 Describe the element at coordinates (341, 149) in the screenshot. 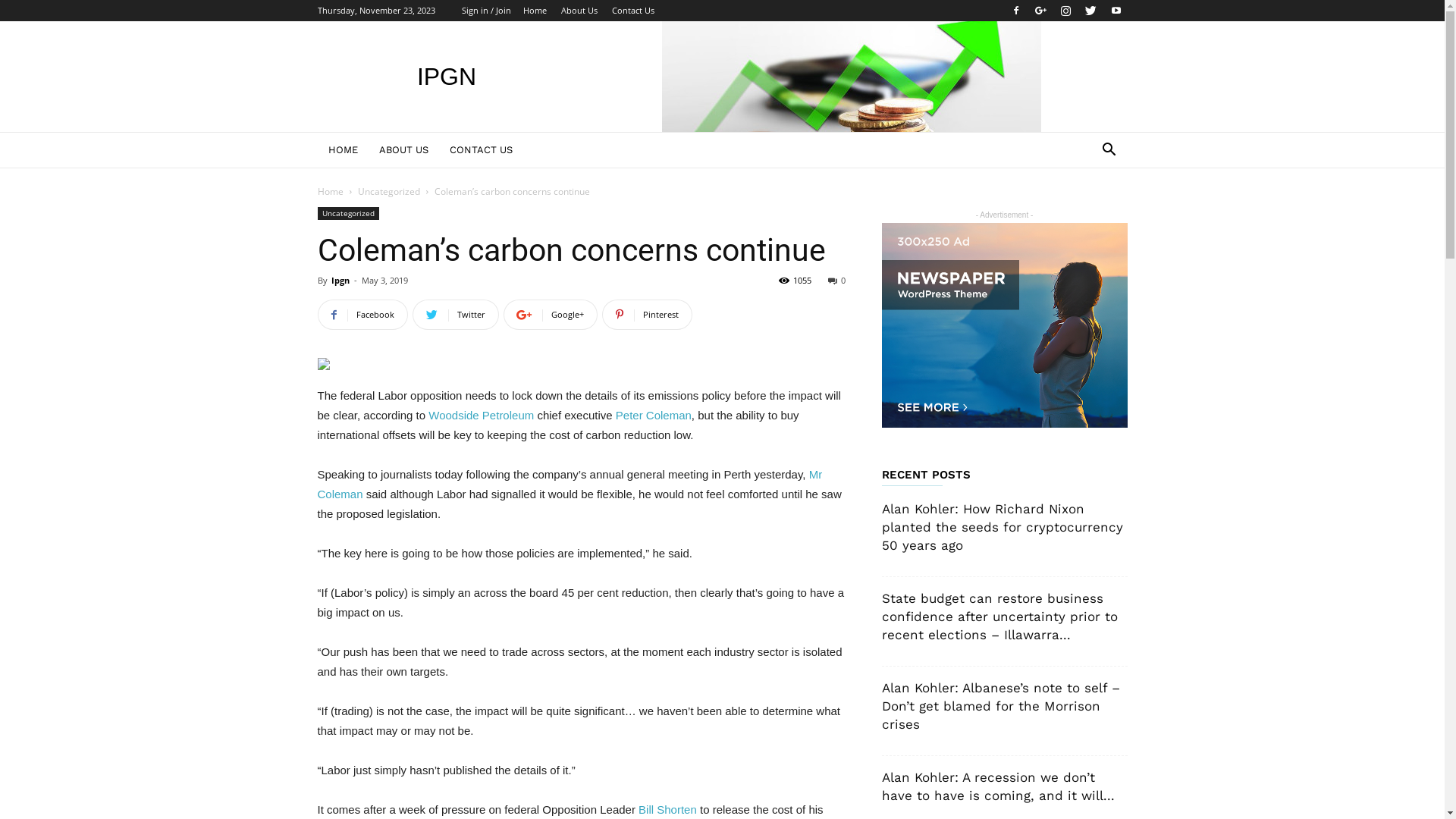

I see `'HOME'` at that location.